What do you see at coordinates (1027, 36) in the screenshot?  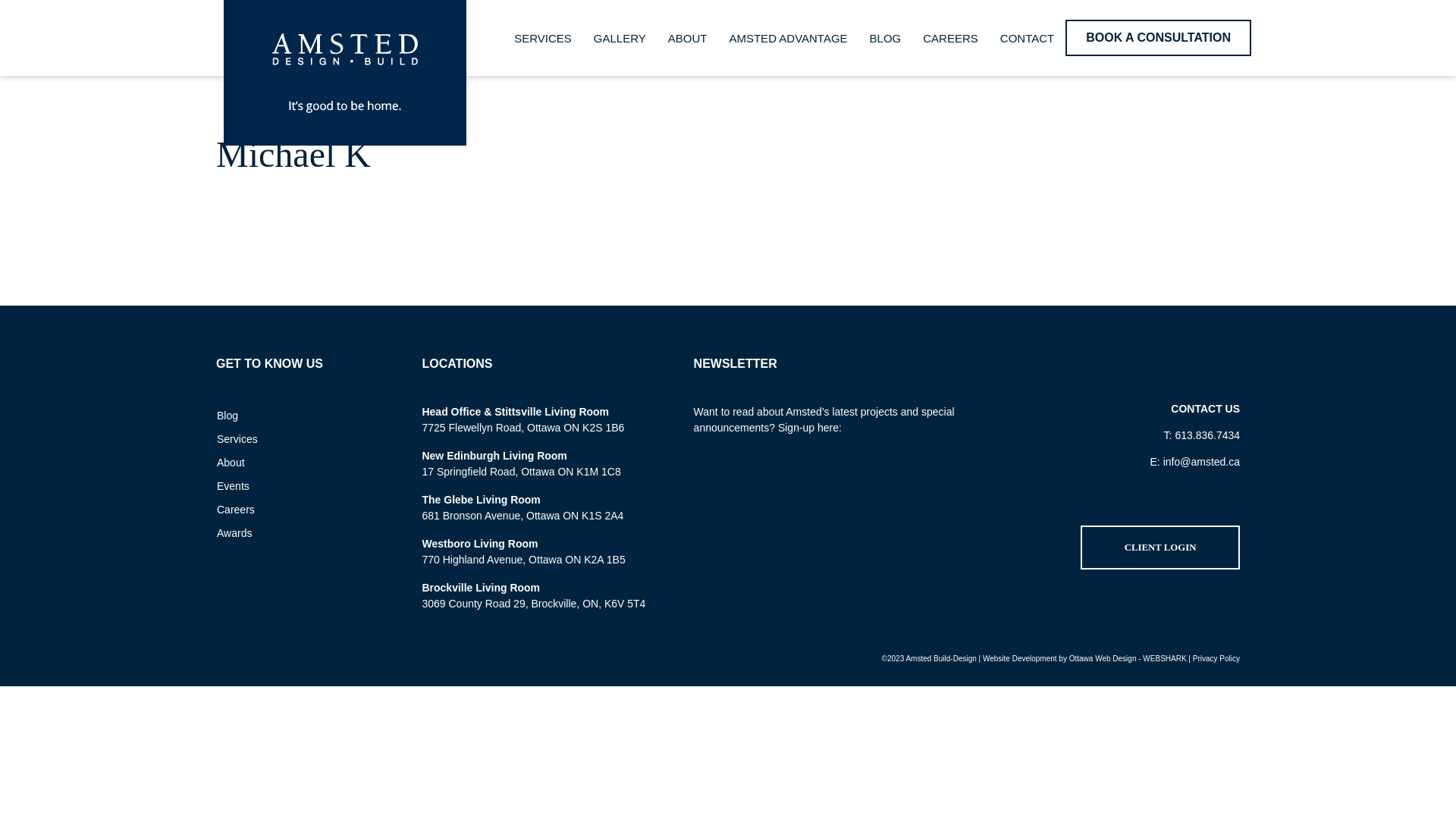 I see `'CONTACT'` at bounding box center [1027, 36].